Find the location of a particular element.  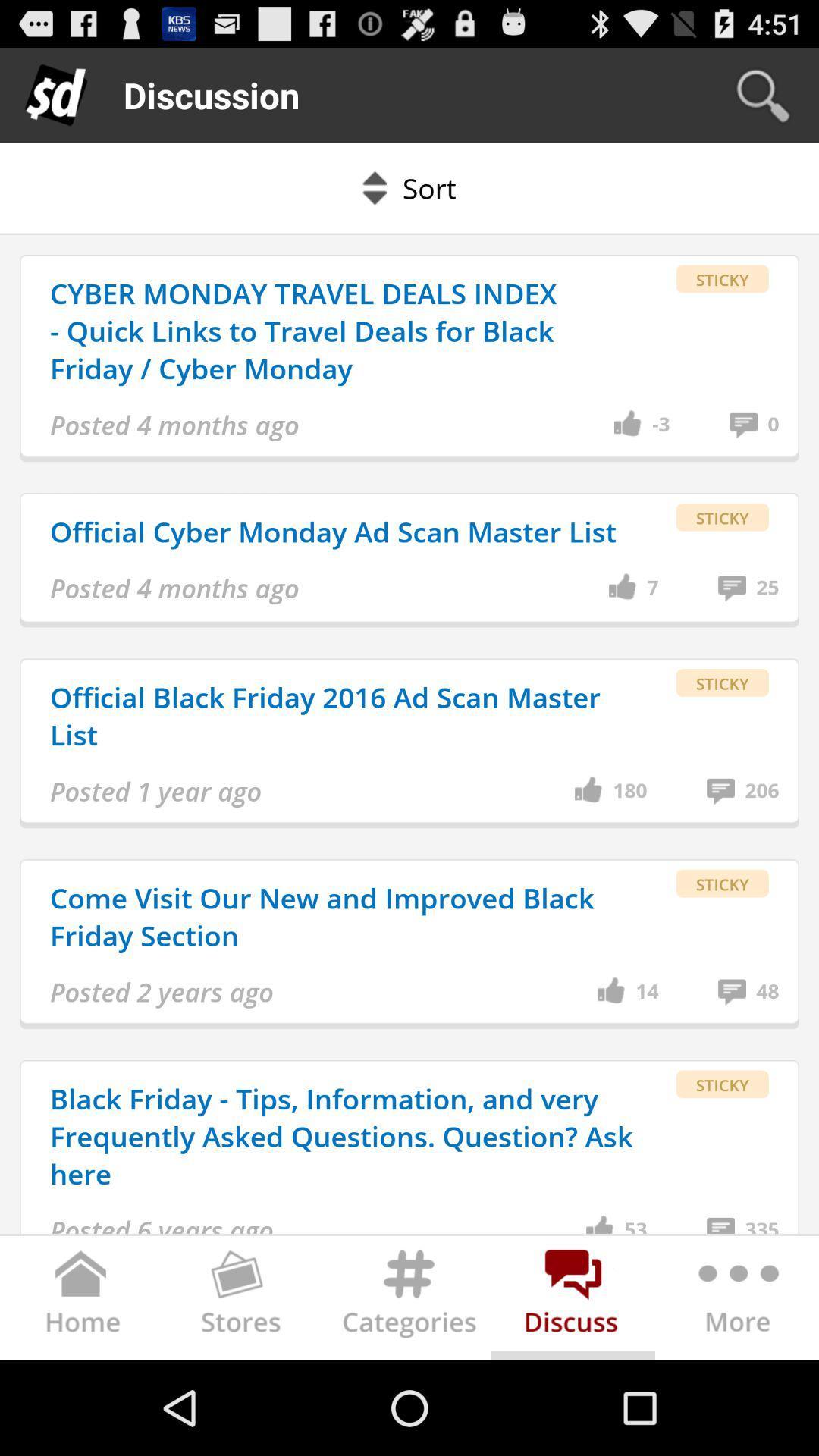

the come visit our icon is located at coordinates (344, 916).